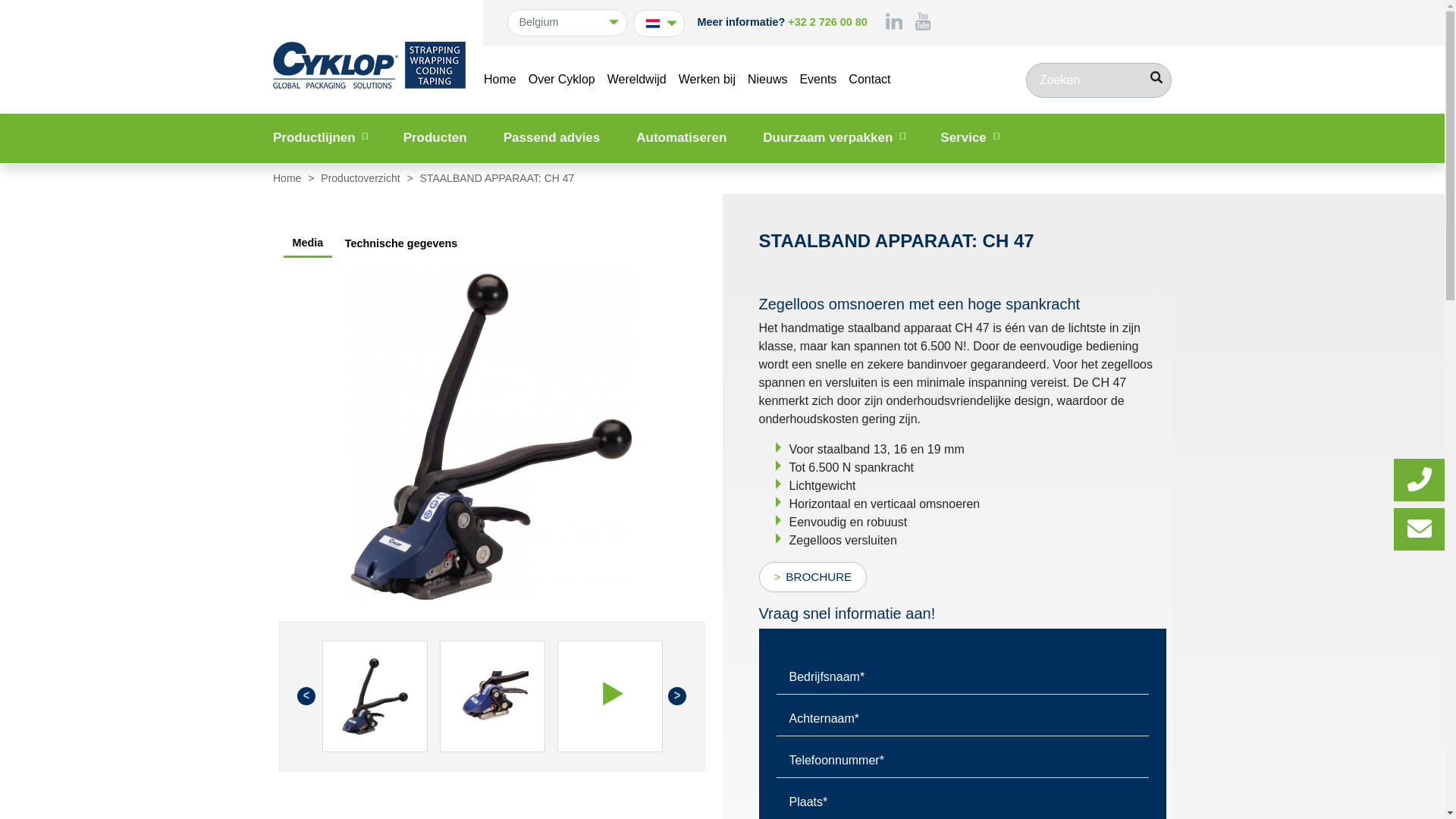 Image resolution: width=1456 pixels, height=819 pixels. What do you see at coordinates (676, 696) in the screenshot?
I see `'Next'` at bounding box center [676, 696].